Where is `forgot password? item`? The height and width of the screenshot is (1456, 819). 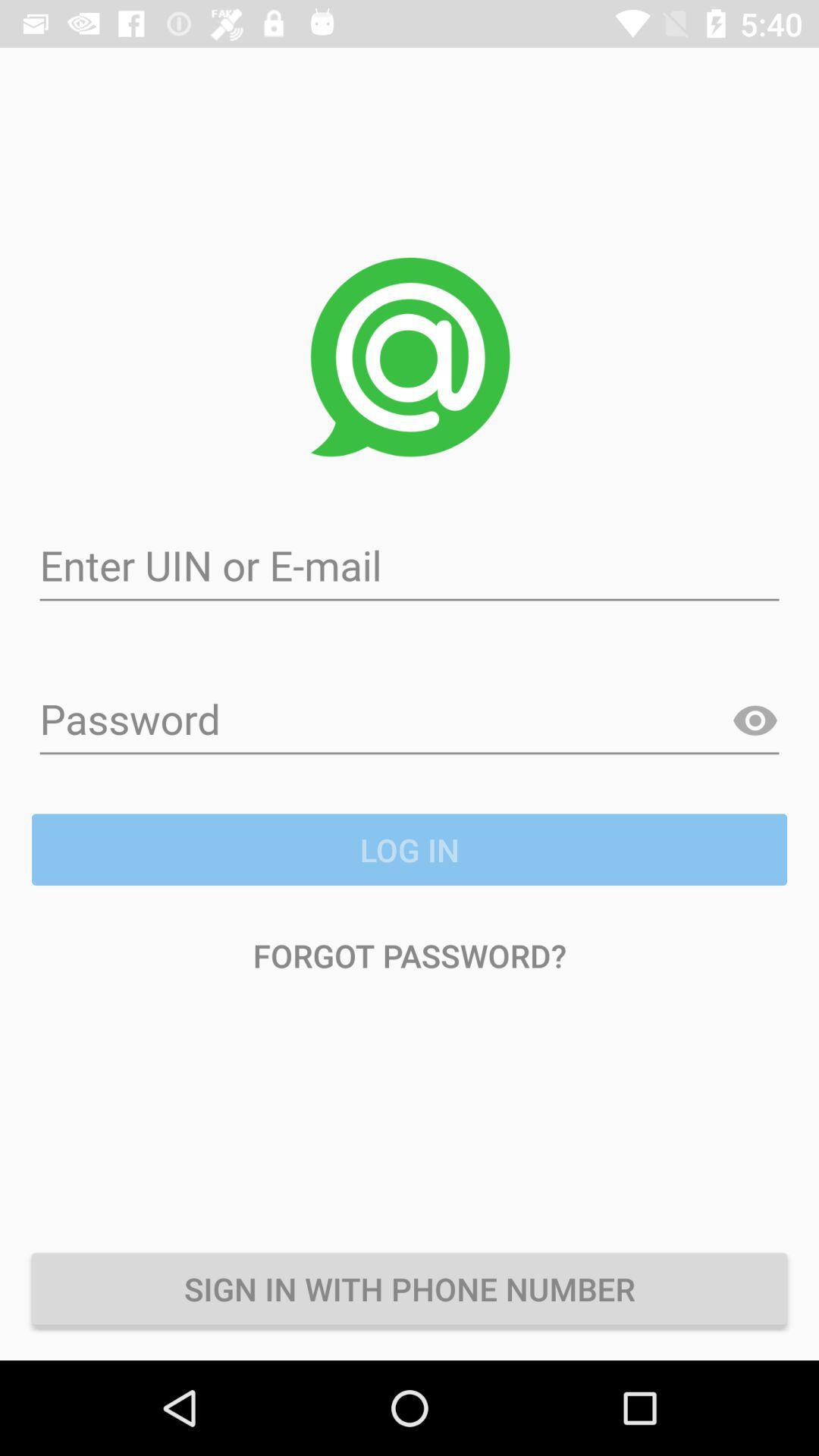
forgot password? item is located at coordinates (409, 954).